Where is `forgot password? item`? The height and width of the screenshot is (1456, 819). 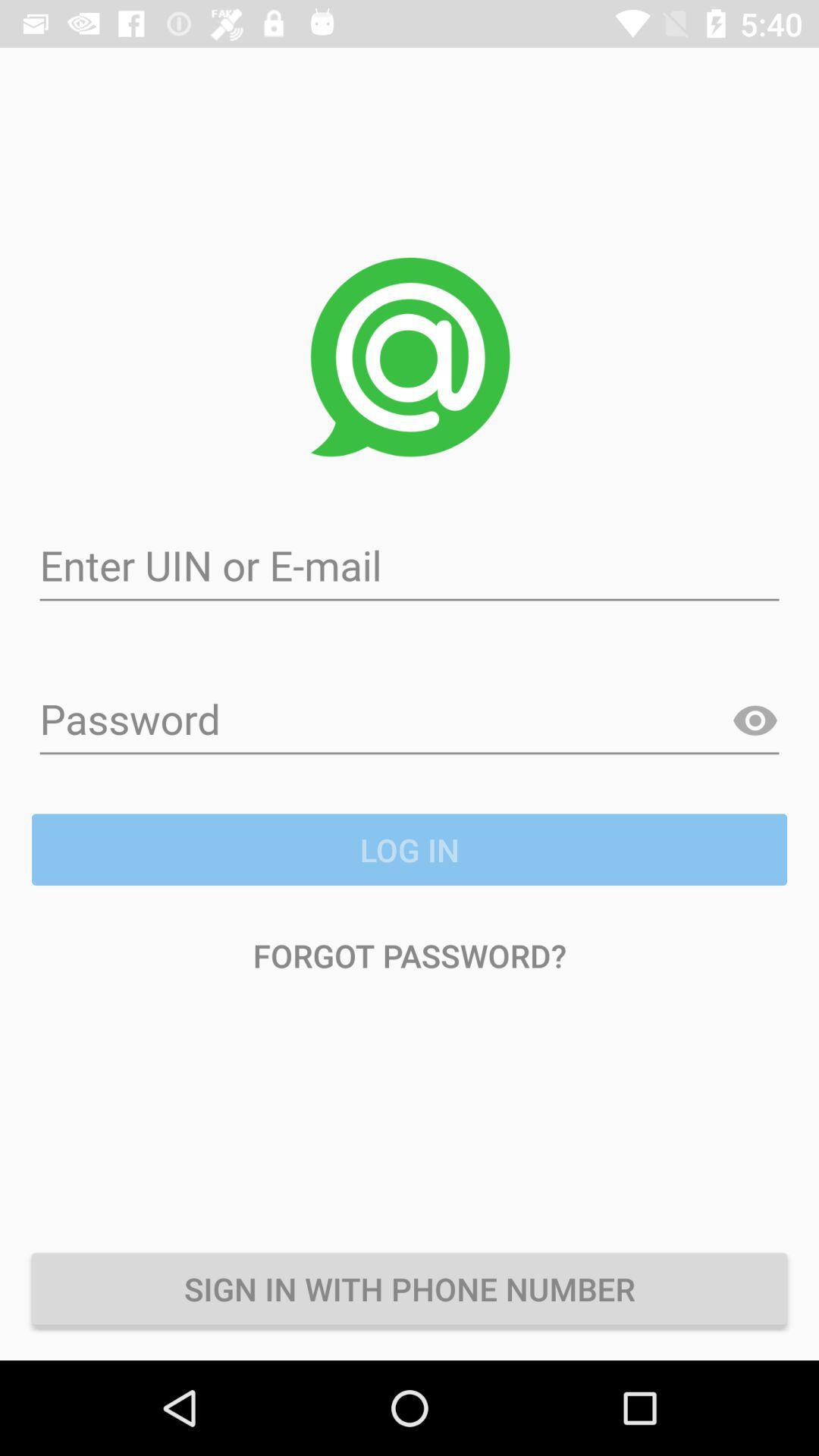
forgot password? item is located at coordinates (409, 954).